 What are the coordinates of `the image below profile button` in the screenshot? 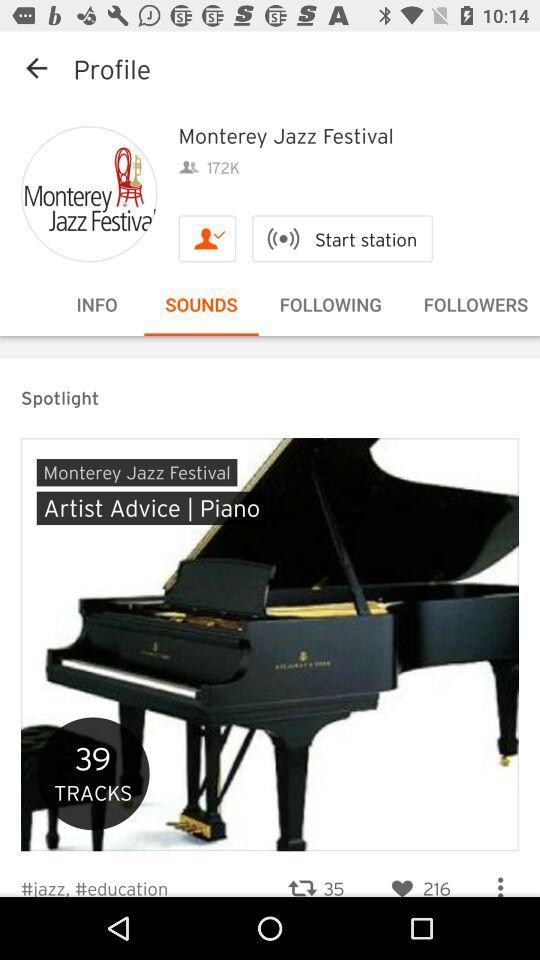 It's located at (88, 194).